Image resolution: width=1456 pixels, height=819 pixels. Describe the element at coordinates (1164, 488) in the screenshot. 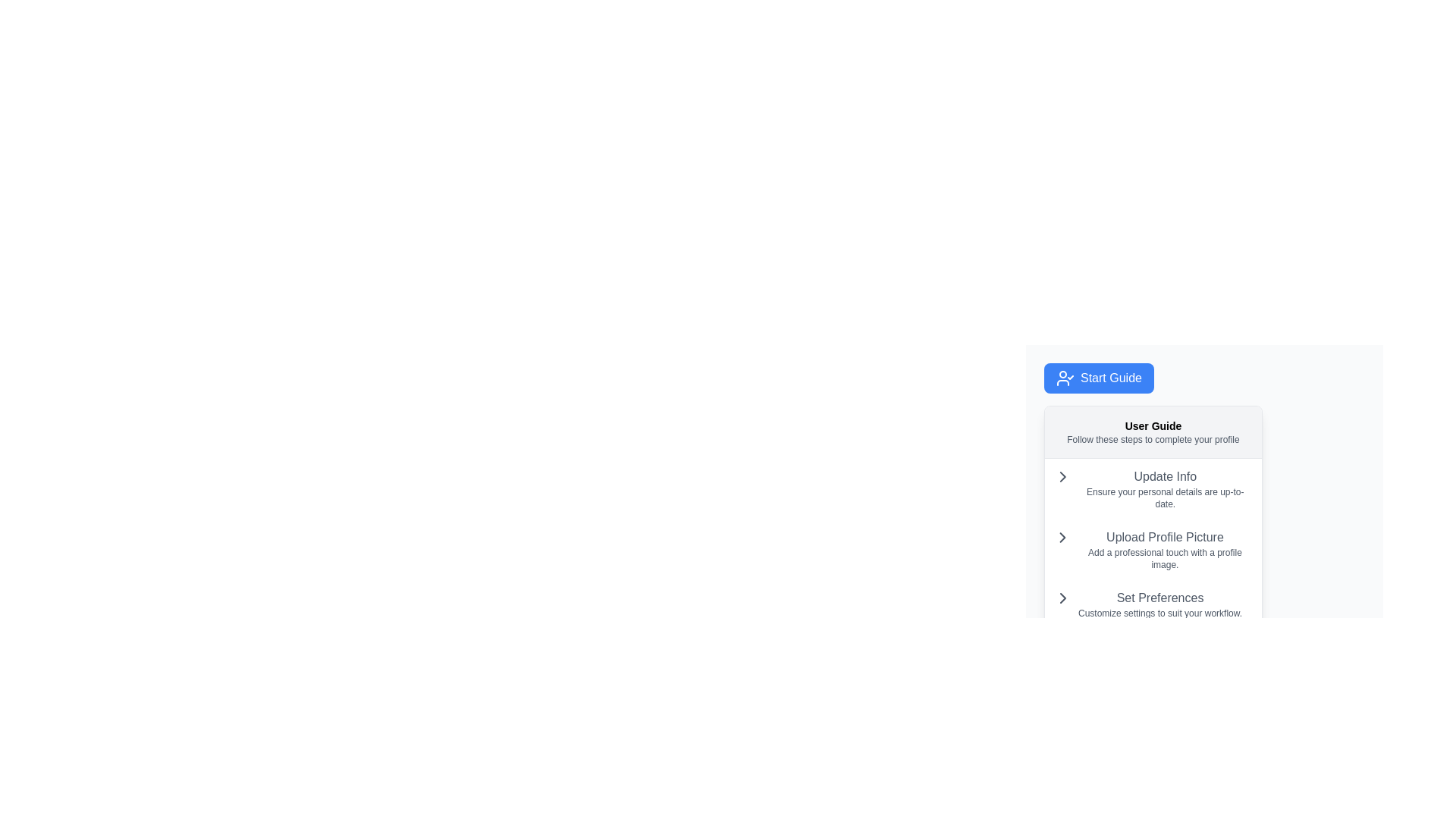

I see `the 'Update Info' text-based informational element, which consists of a larger, bolder label and a smaller secondary text, located in the vertical list of items` at that location.